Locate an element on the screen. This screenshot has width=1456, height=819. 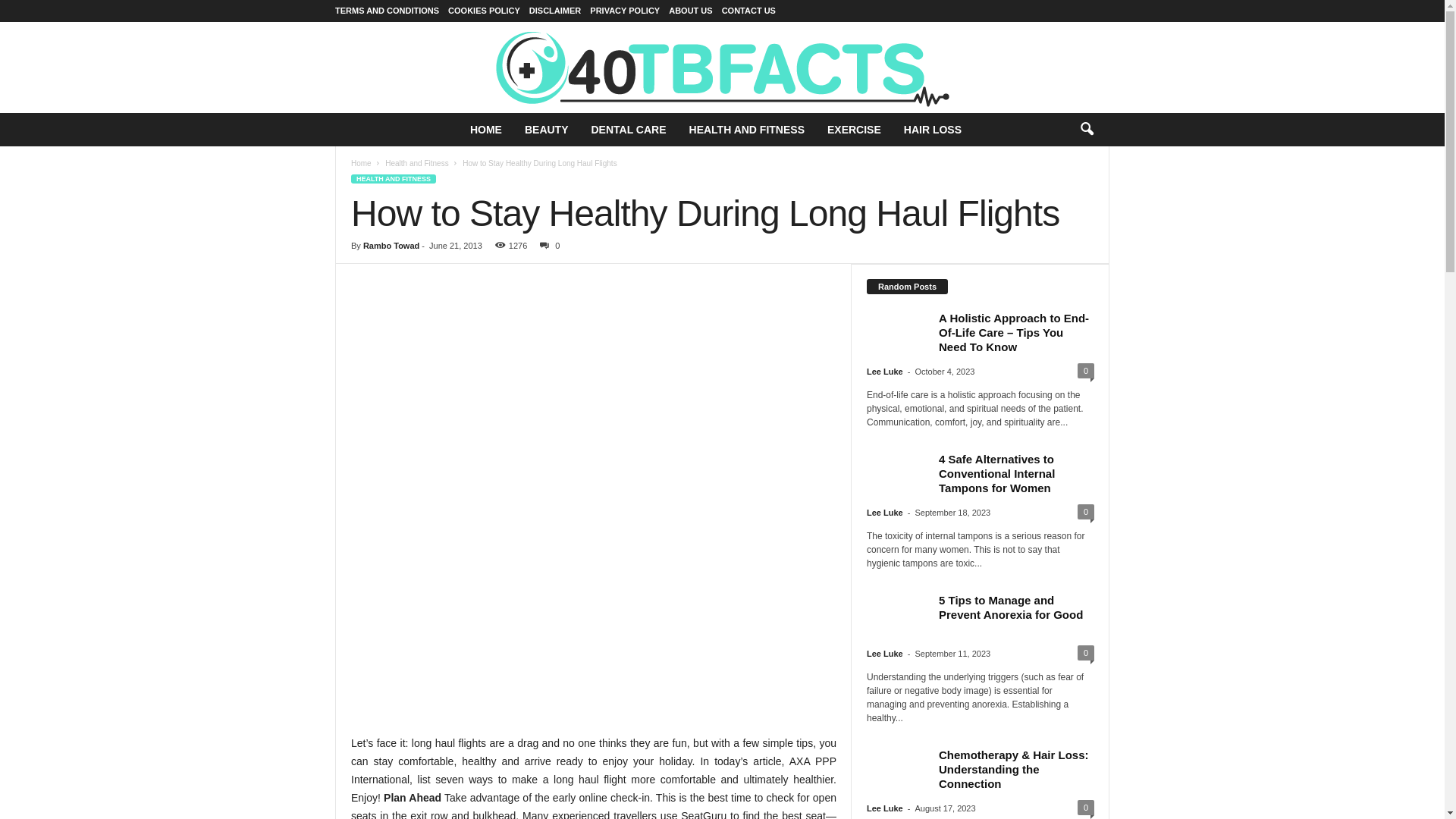
'COOKIES POLICY' is located at coordinates (483, 11).